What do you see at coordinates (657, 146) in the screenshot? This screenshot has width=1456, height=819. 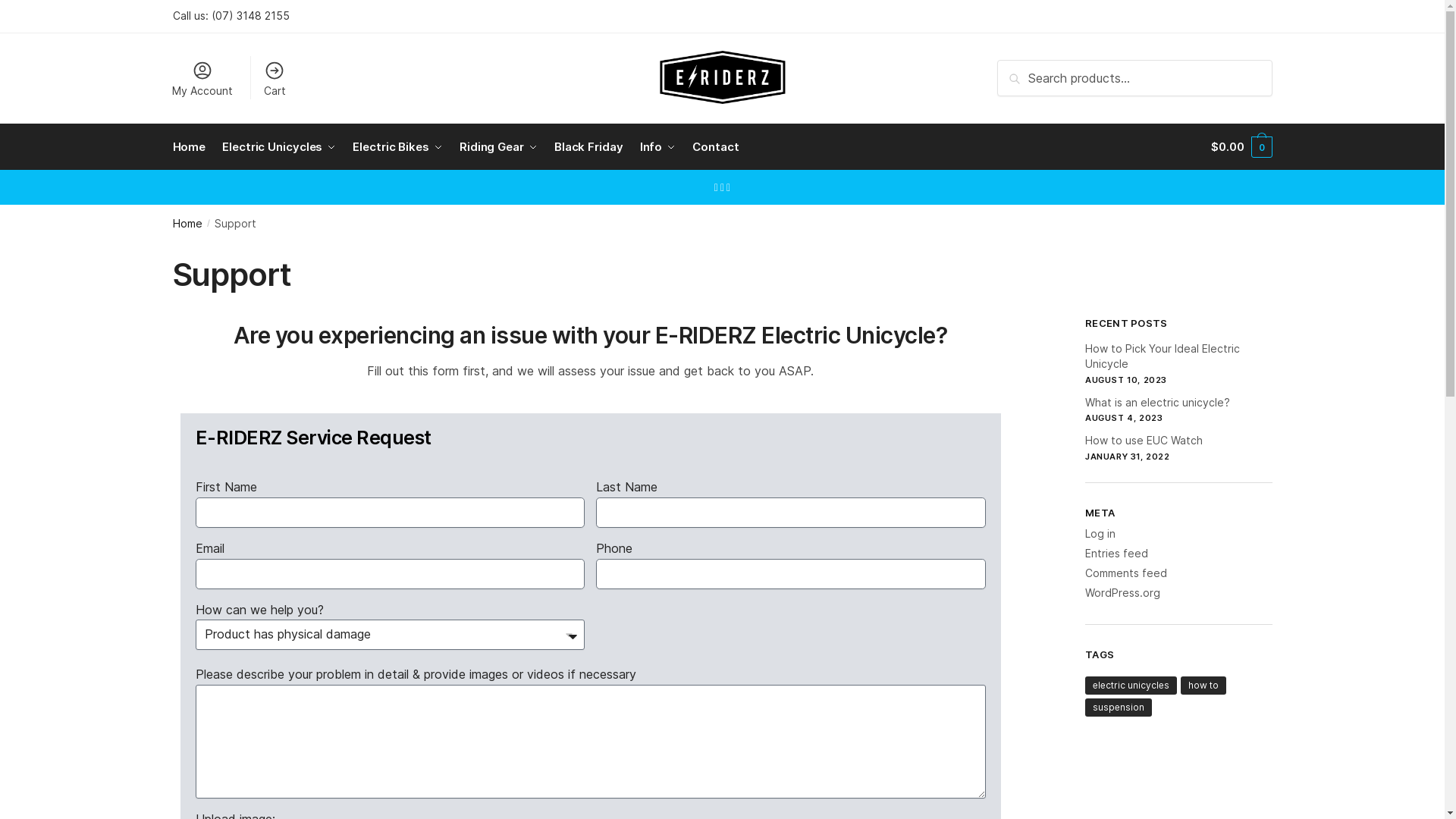 I see `'Info'` at bounding box center [657, 146].